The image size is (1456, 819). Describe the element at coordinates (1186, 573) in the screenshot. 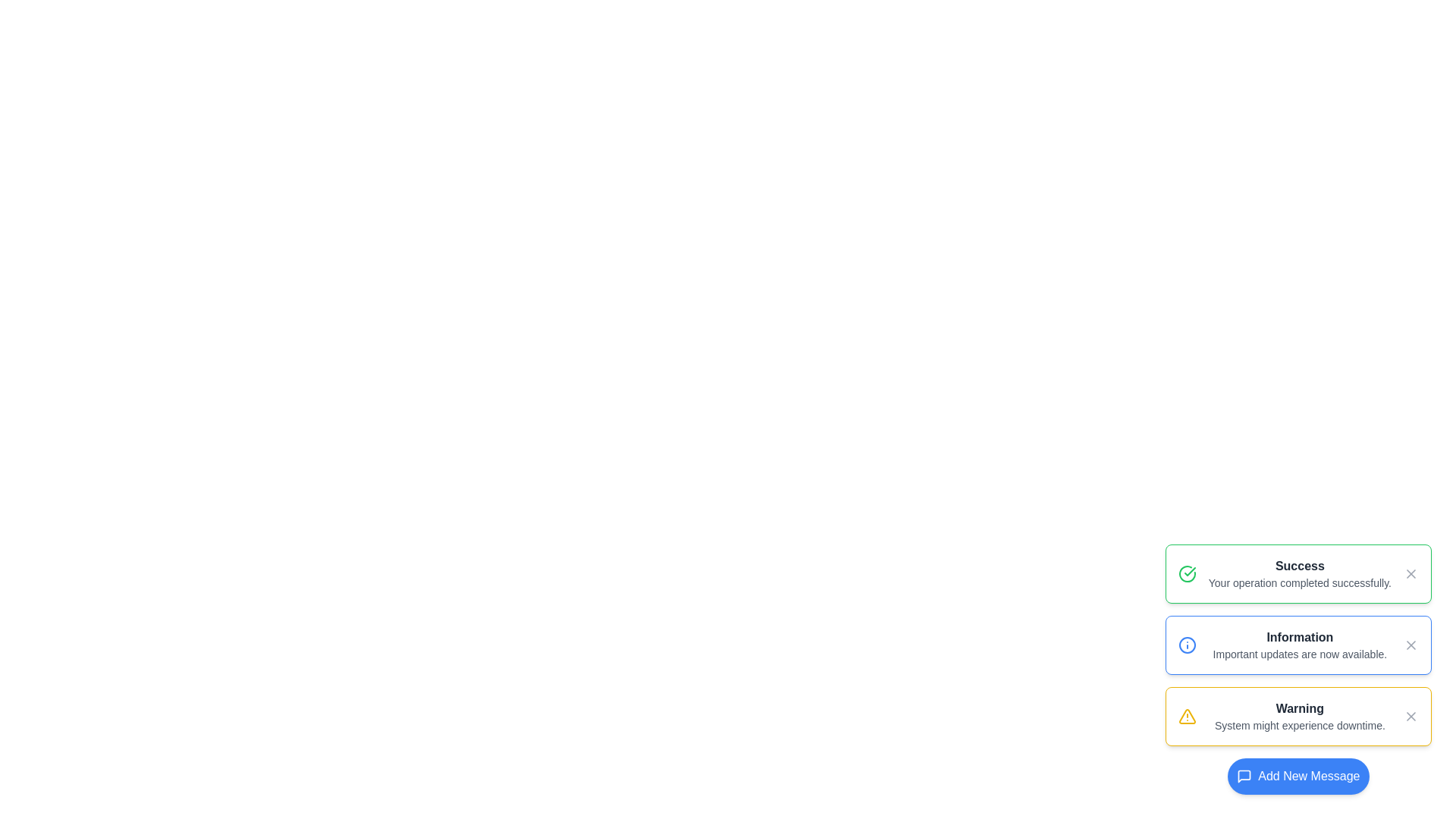

I see `the success icon located at the leftmost point of the 'Success' notification box, which precedes the bold 'Success' title` at that location.